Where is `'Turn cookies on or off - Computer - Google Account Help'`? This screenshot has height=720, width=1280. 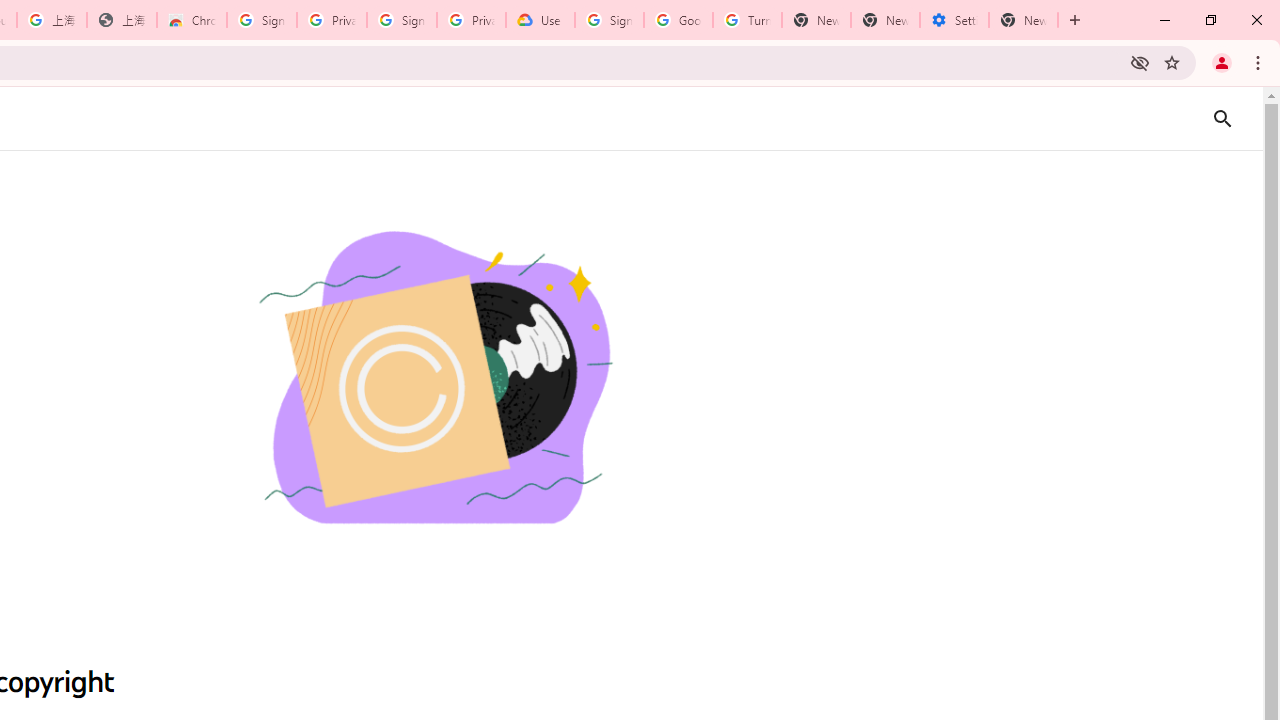
'Turn cookies on or off - Computer - Google Account Help' is located at coordinates (746, 20).